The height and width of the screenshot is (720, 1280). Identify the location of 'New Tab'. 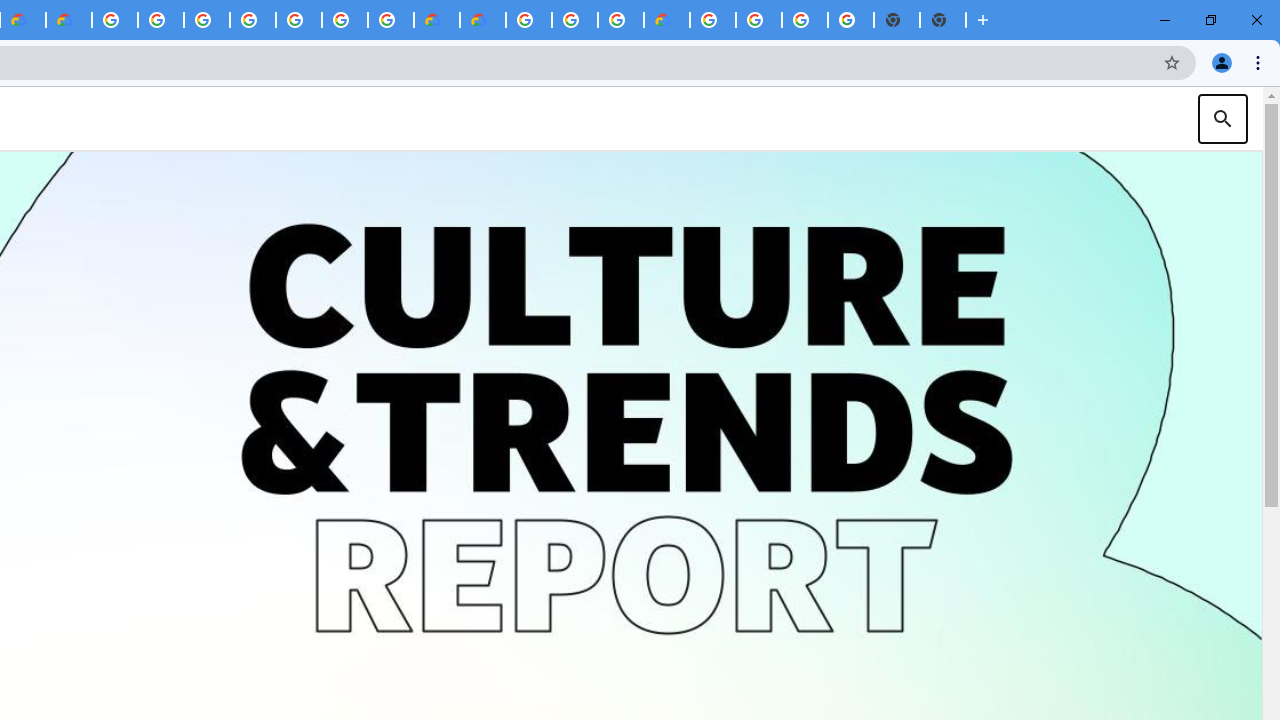
(942, 20).